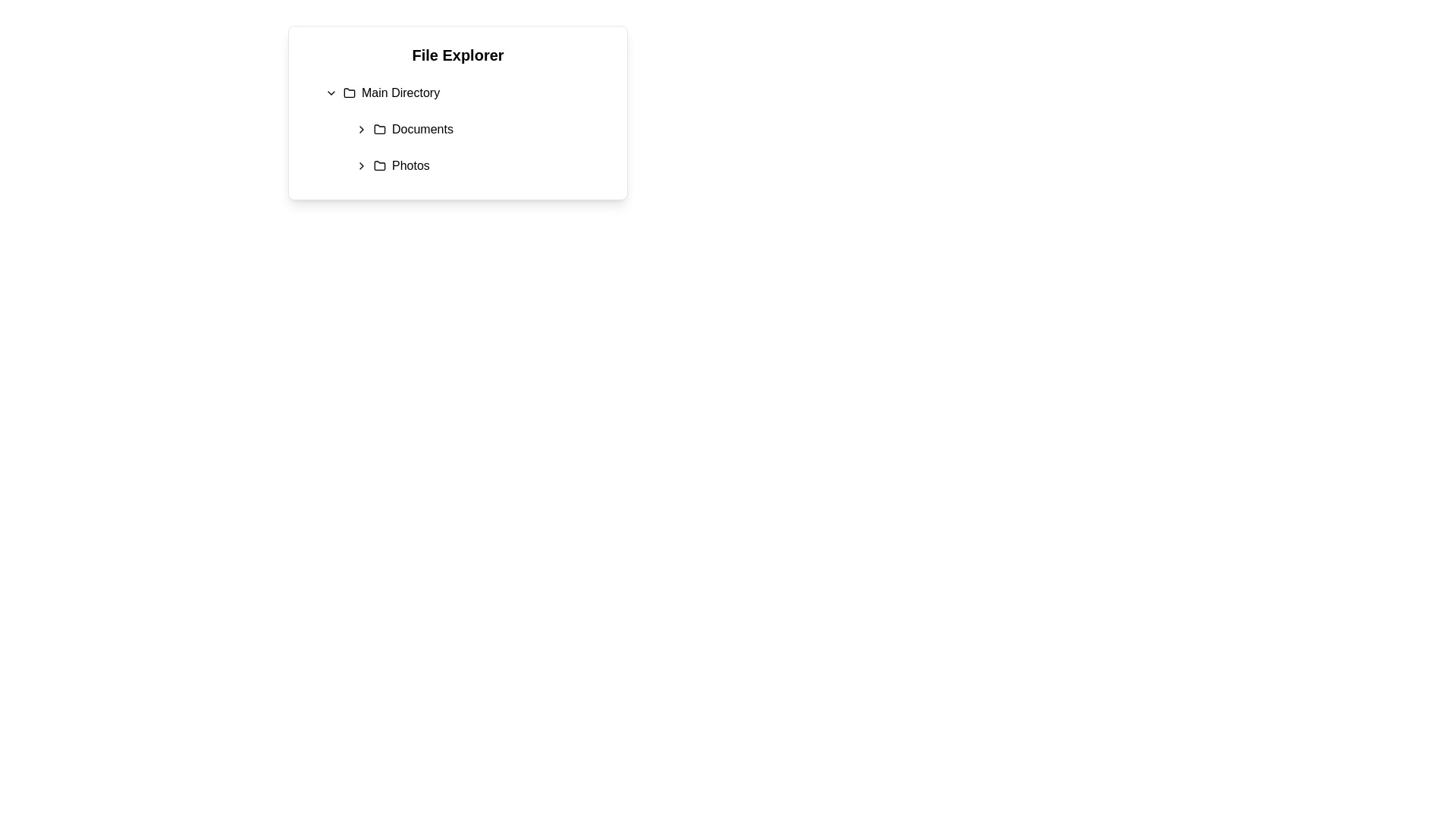 The image size is (1456, 819). Describe the element at coordinates (422, 128) in the screenshot. I see `the 'Documents' text label` at that location.